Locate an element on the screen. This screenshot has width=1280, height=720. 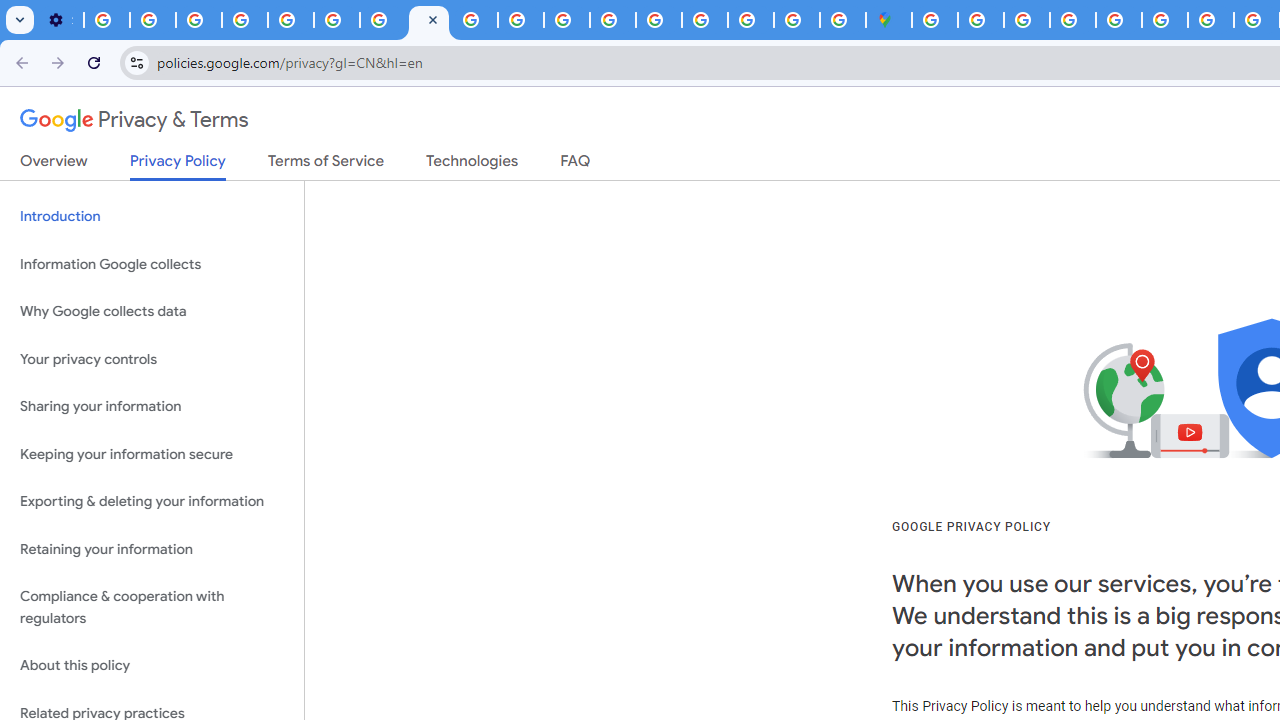
'Information Google collects' is located at coordinates (151, 263).